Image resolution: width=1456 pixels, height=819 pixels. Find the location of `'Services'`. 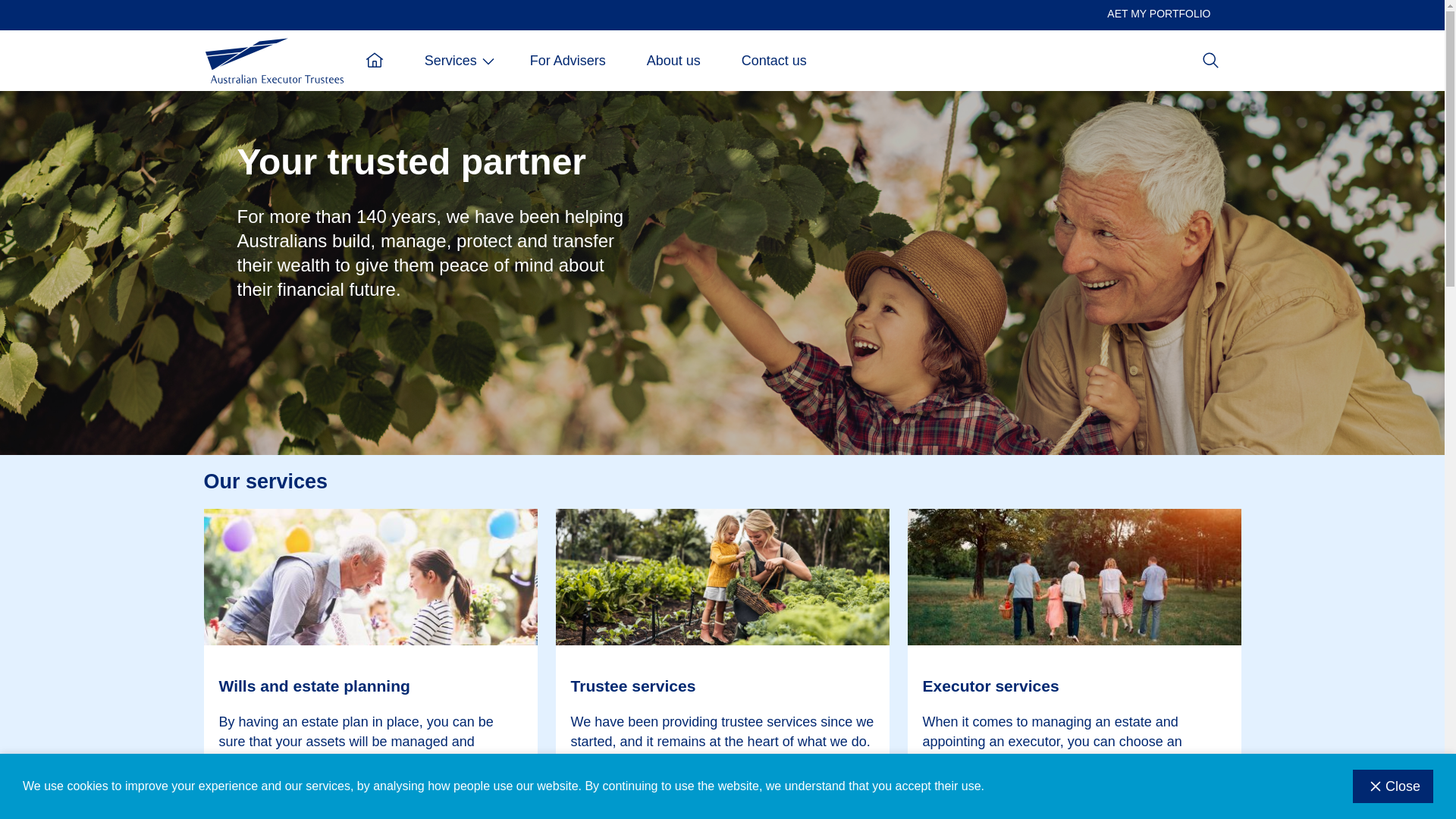

'Services' is located at coordinates (403, 60).